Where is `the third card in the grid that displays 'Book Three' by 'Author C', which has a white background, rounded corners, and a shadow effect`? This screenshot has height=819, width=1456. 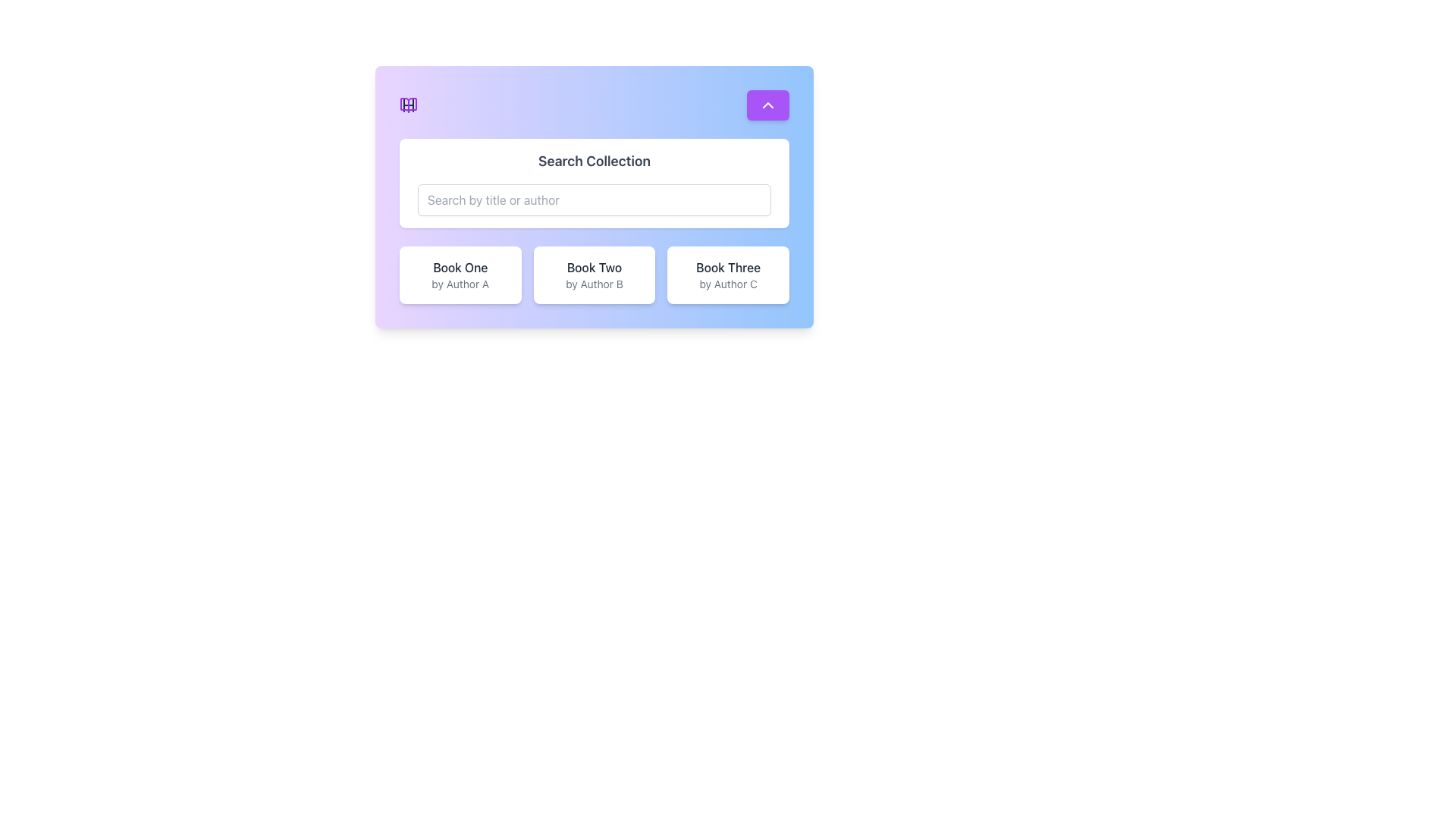
the third card in the grid that displays 'Book Three' by 'Author C', which has a white background, rounded corners, and a shadow effect is located at coordinates (728, 275).